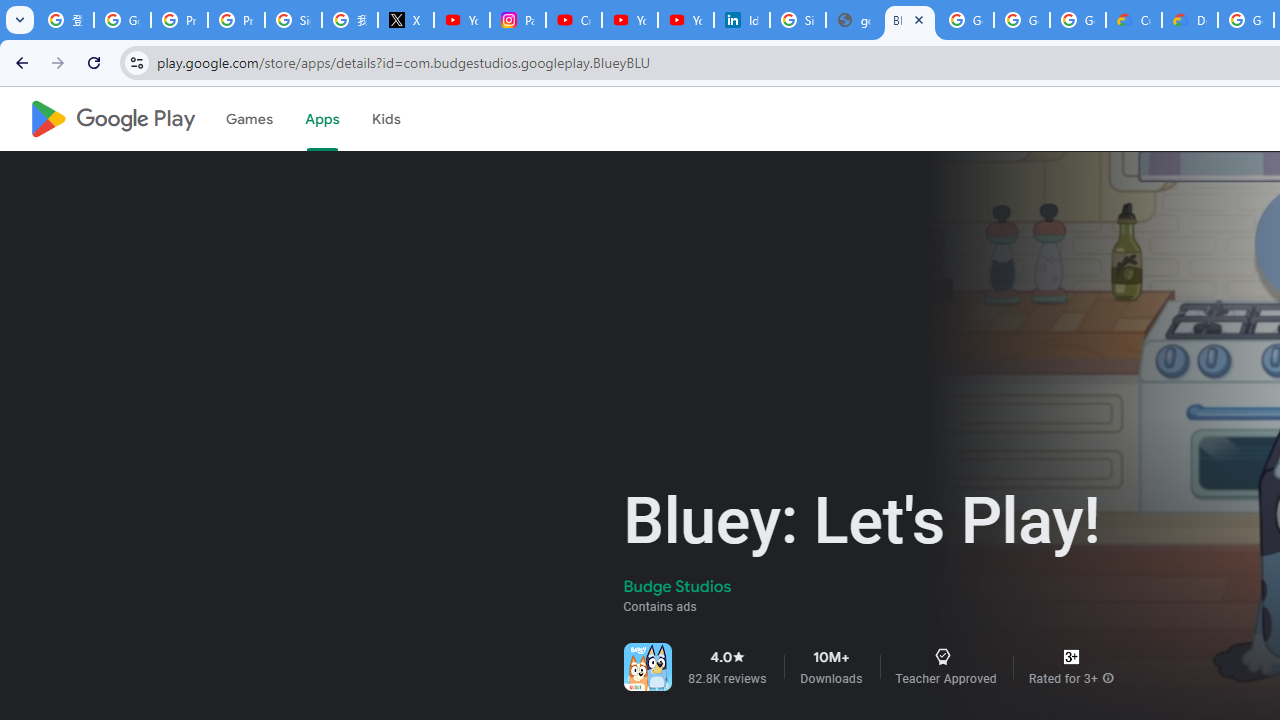  I want to click on 'More info about this content rating', so click(1107, 677).